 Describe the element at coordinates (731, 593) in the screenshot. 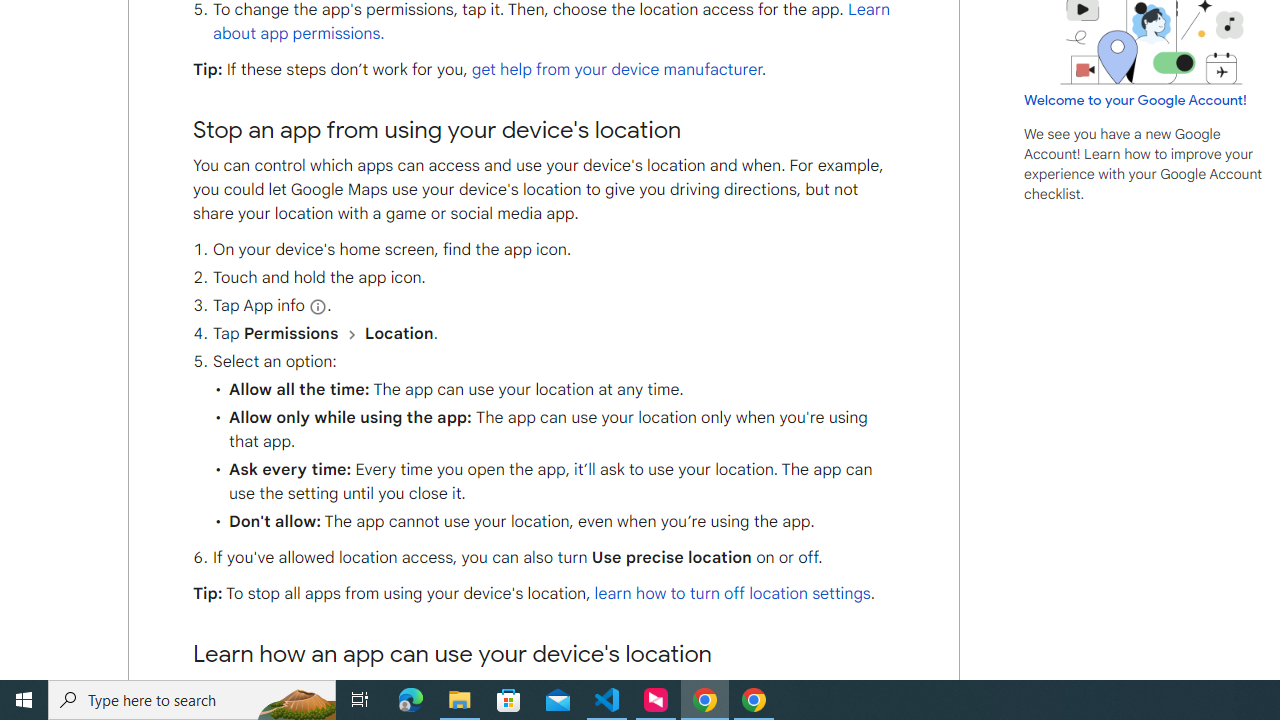

I see `'learn how to turn off location settings'` at that location.